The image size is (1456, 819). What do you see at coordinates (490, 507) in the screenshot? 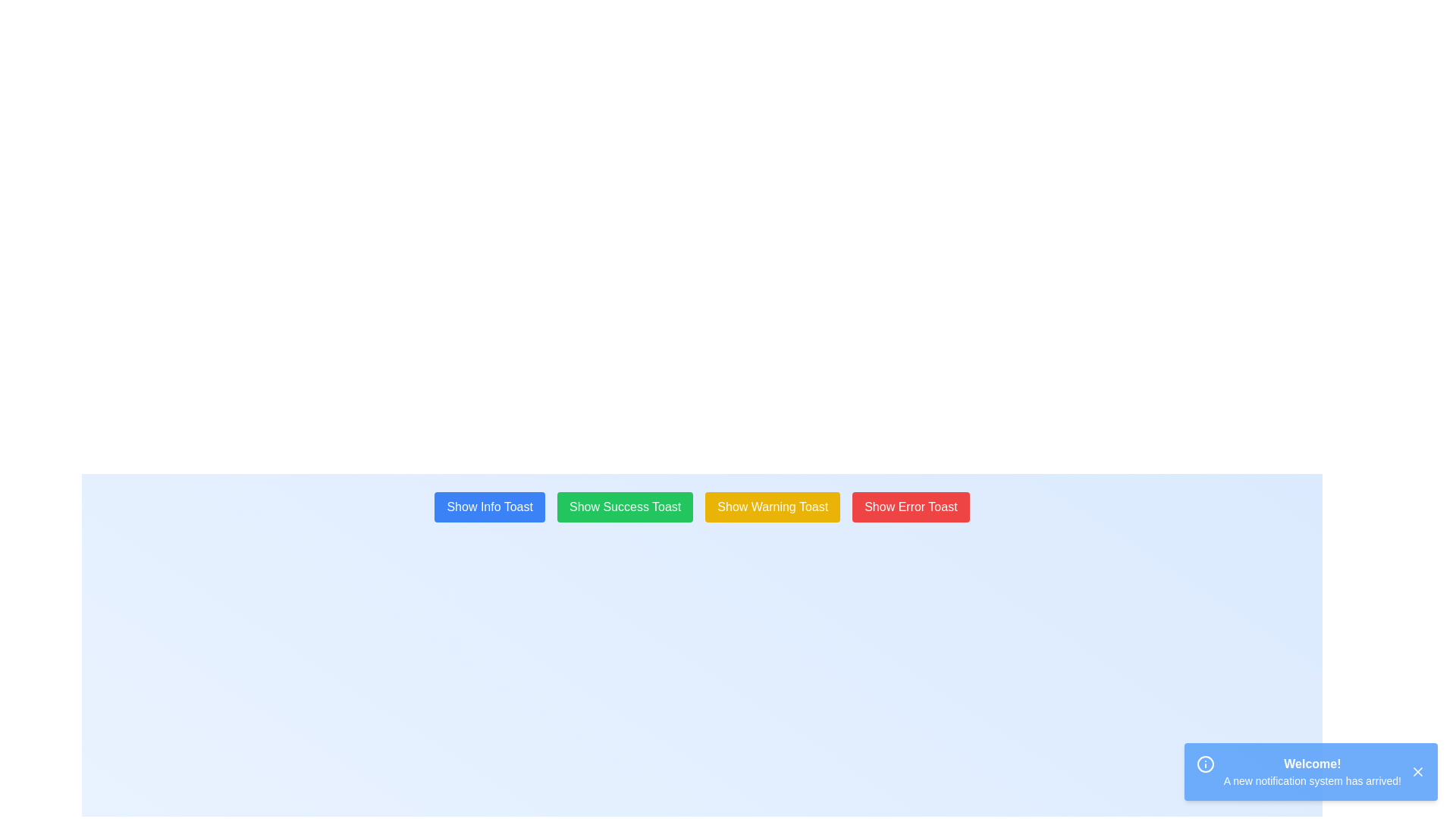
I see `the first button in a horizontal row of four buttons` at bounding box center [490, 507].